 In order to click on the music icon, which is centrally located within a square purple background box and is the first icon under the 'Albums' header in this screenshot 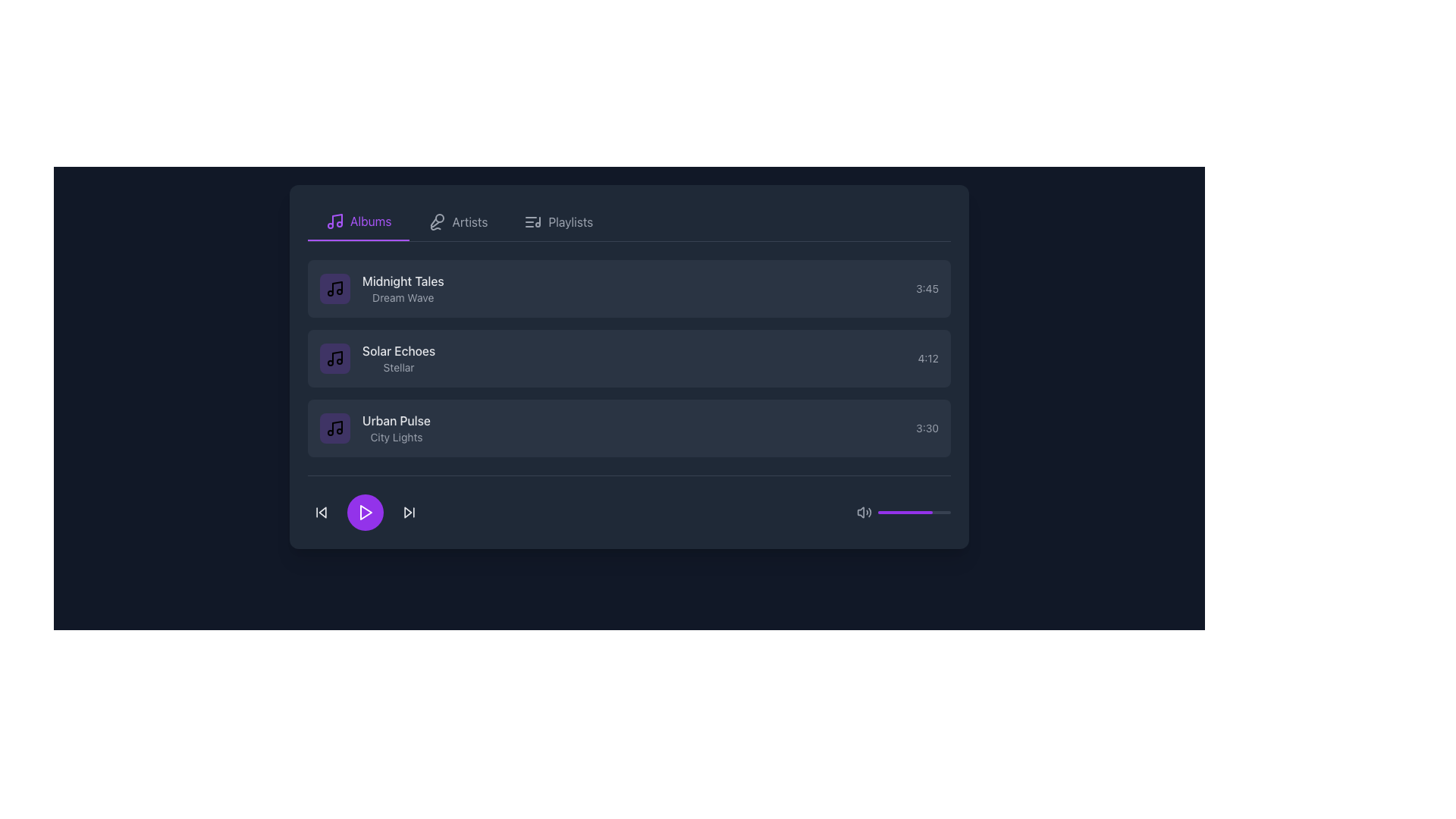, I will do `click(334, 359)`.